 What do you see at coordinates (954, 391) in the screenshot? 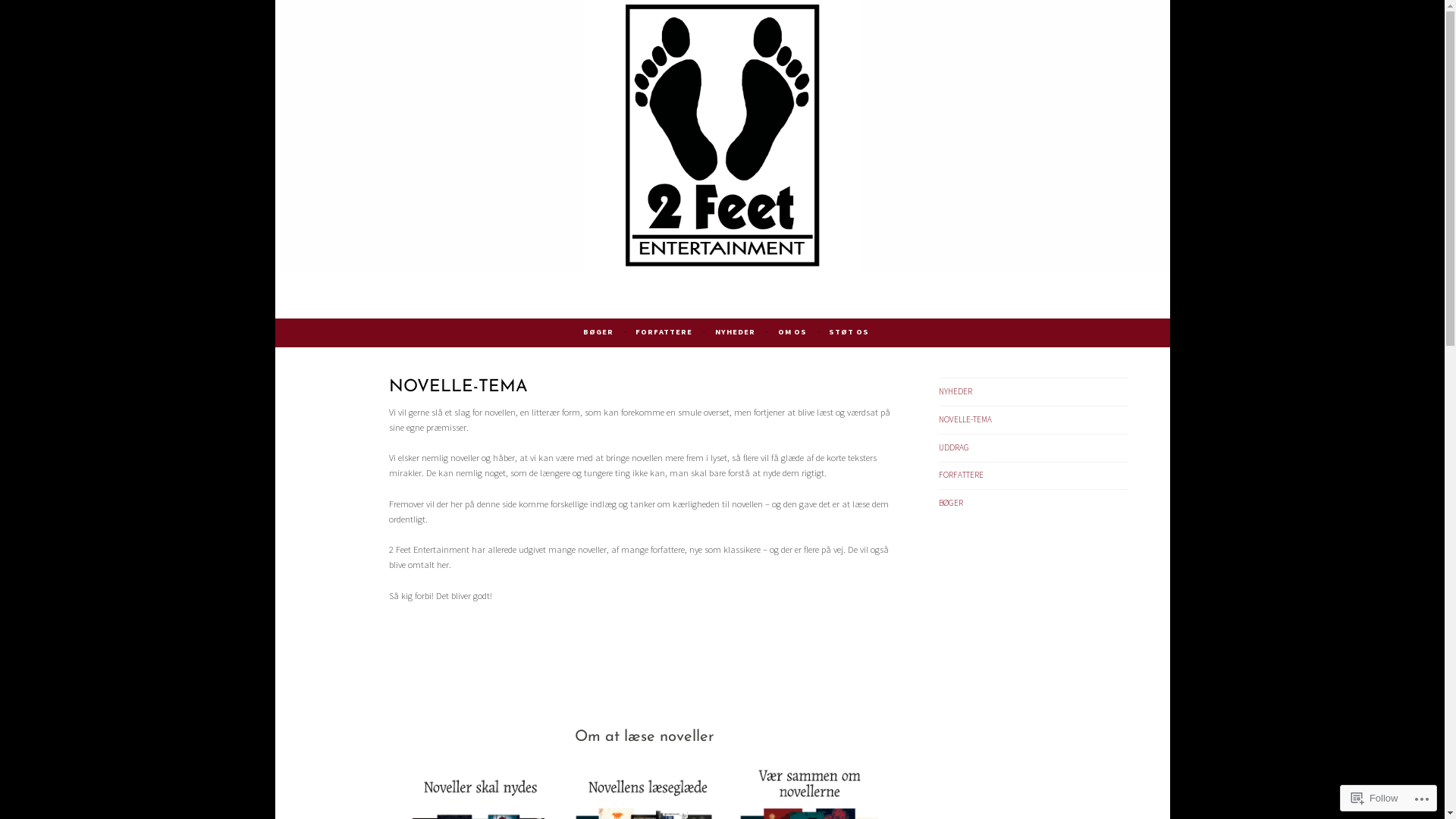
I see `'NYHEDER'` at bounding box center [954, 391].